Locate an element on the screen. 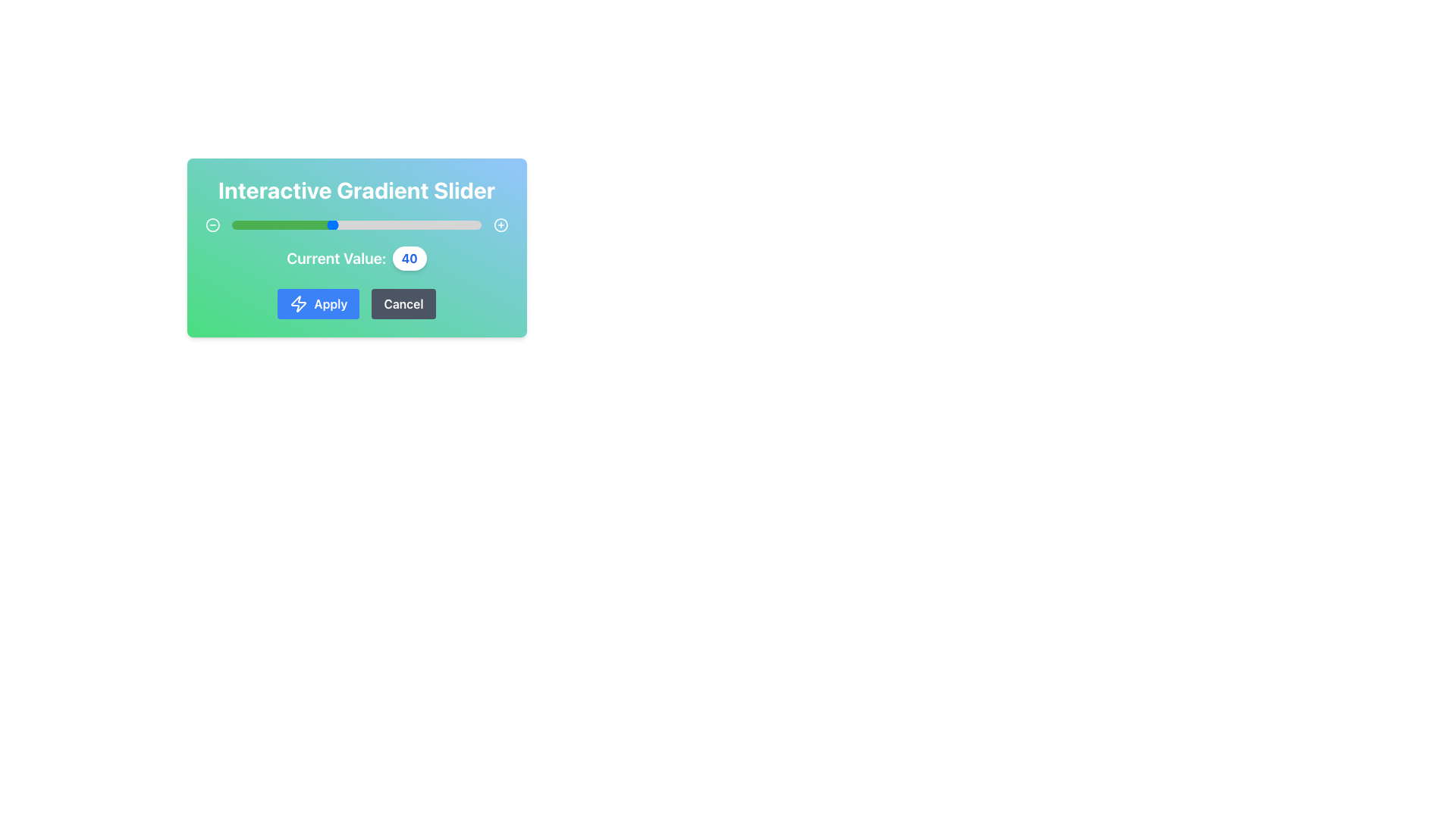 Image resolution: width=1456 pixels, height=819 pixels. the slider is located at coordinates (452, 225).